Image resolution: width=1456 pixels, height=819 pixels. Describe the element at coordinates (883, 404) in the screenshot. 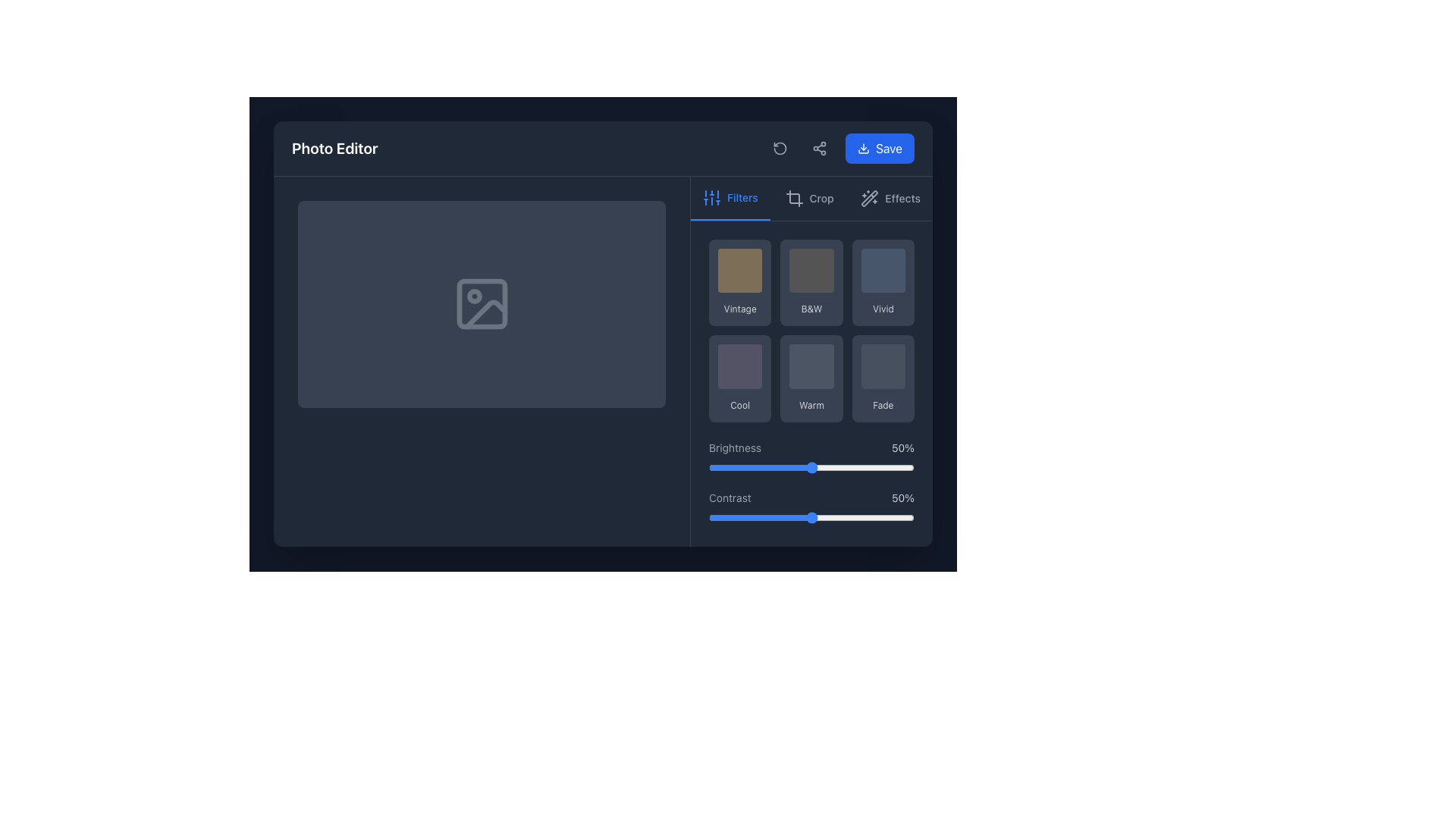

I see `the button containing the 'Fade' label` at that location.